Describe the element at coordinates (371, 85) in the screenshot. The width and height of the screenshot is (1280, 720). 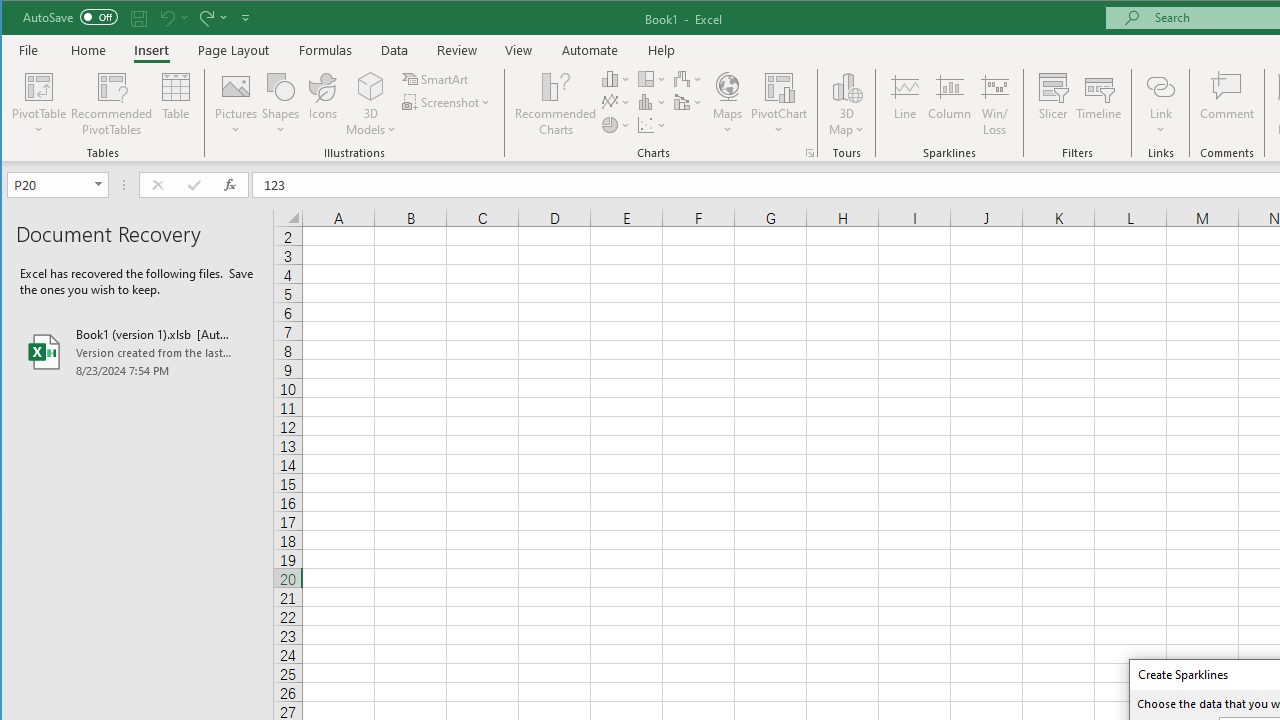
I see `'3D Models'` at that location.